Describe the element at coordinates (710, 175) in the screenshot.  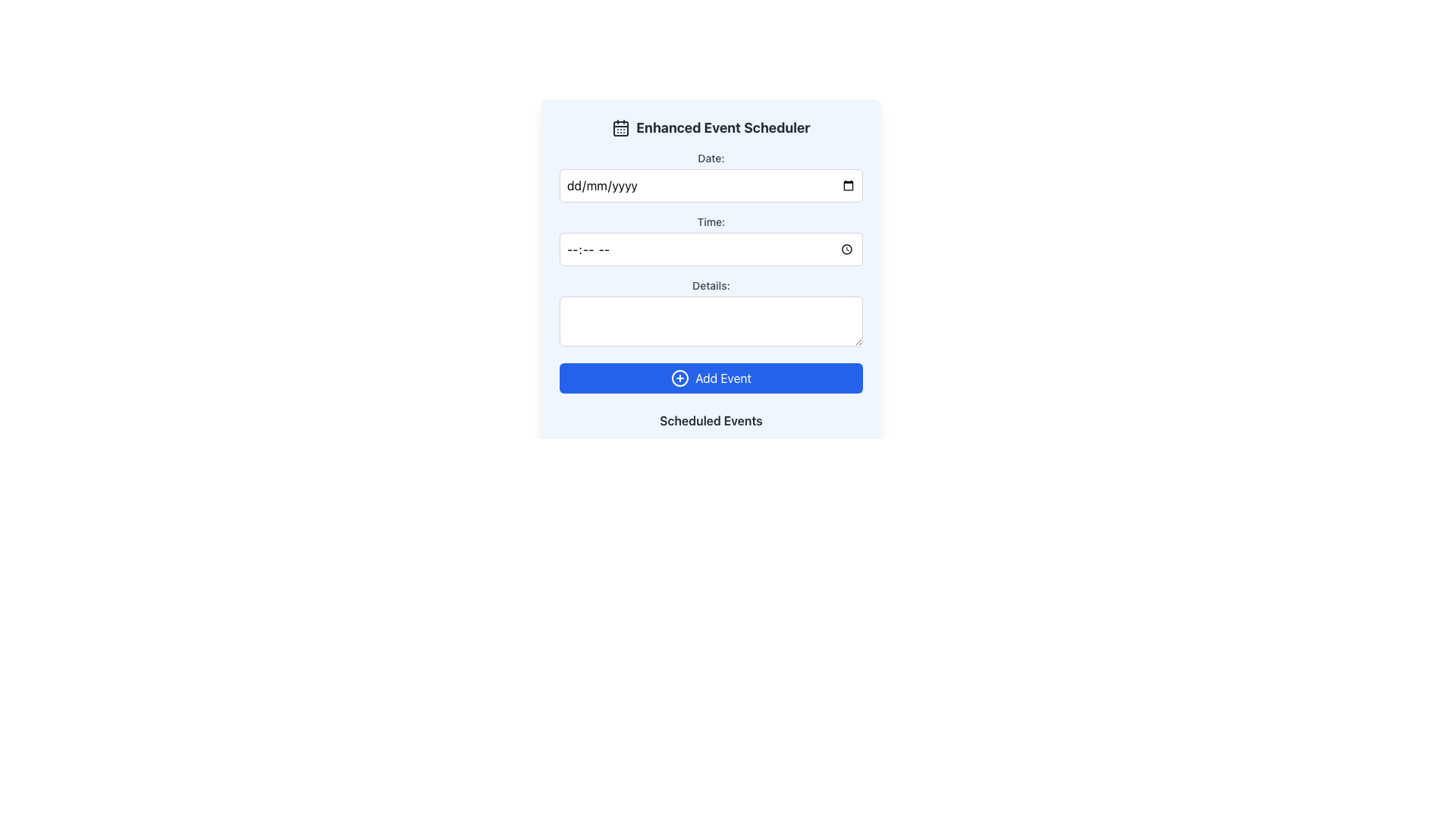
I see `the Date Input Field labeled 'Date:'` at that location.